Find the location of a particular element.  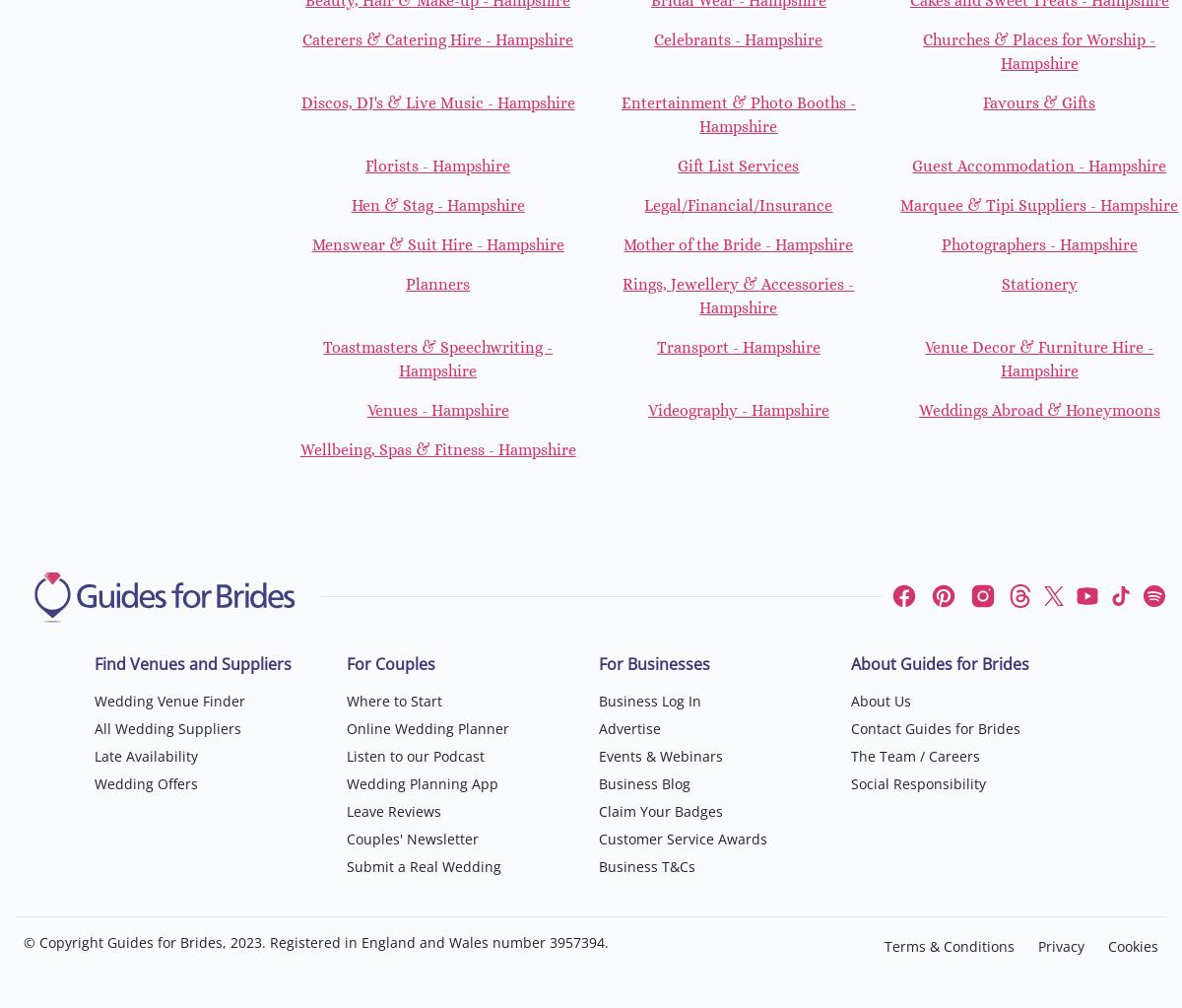

'All Wedding Suppliers' is located at coordinates (166, 727).